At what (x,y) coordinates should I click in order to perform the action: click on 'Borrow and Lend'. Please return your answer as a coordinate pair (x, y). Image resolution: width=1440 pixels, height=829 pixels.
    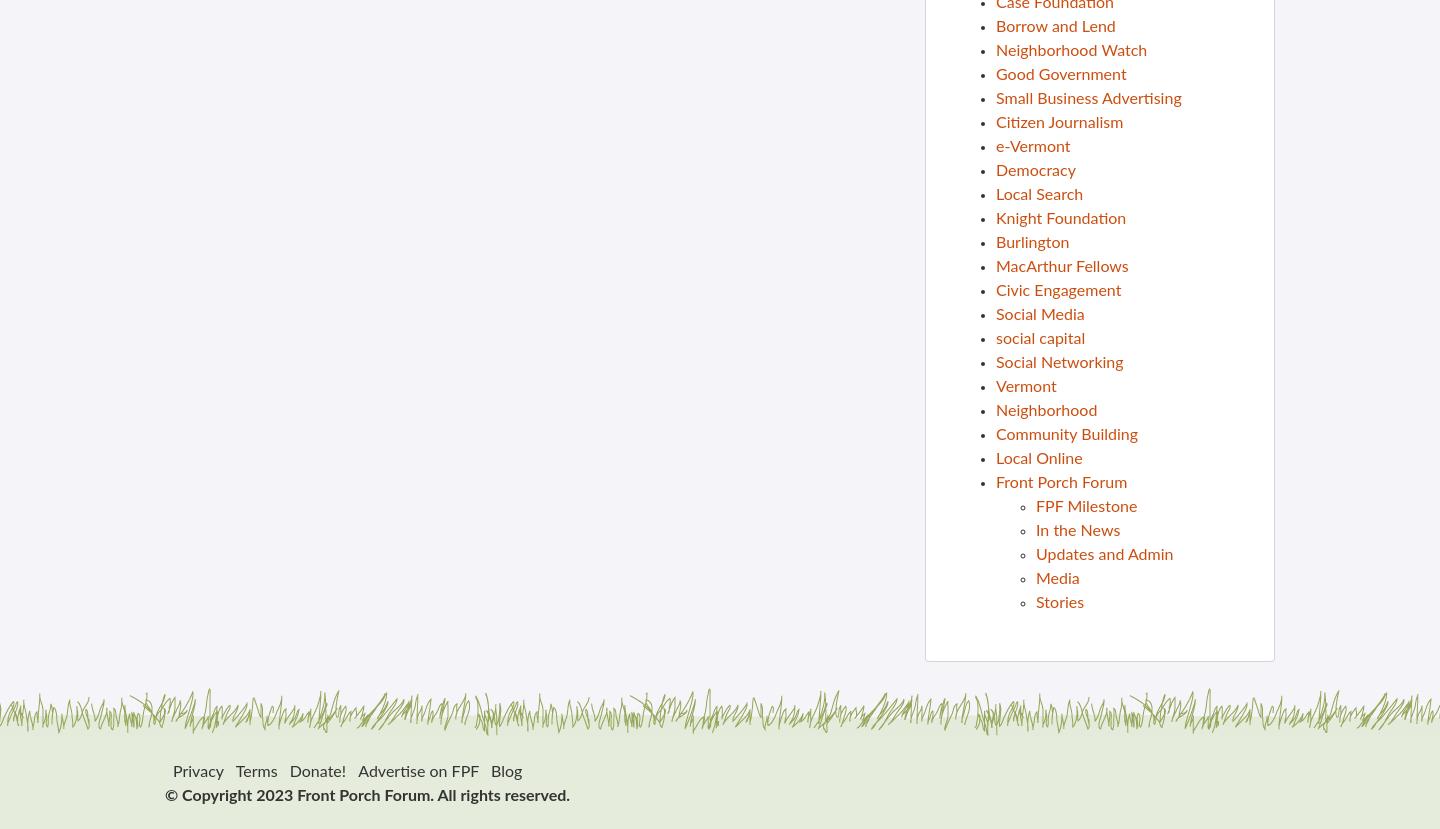
    Looking at the image, I should click on (995, 26).